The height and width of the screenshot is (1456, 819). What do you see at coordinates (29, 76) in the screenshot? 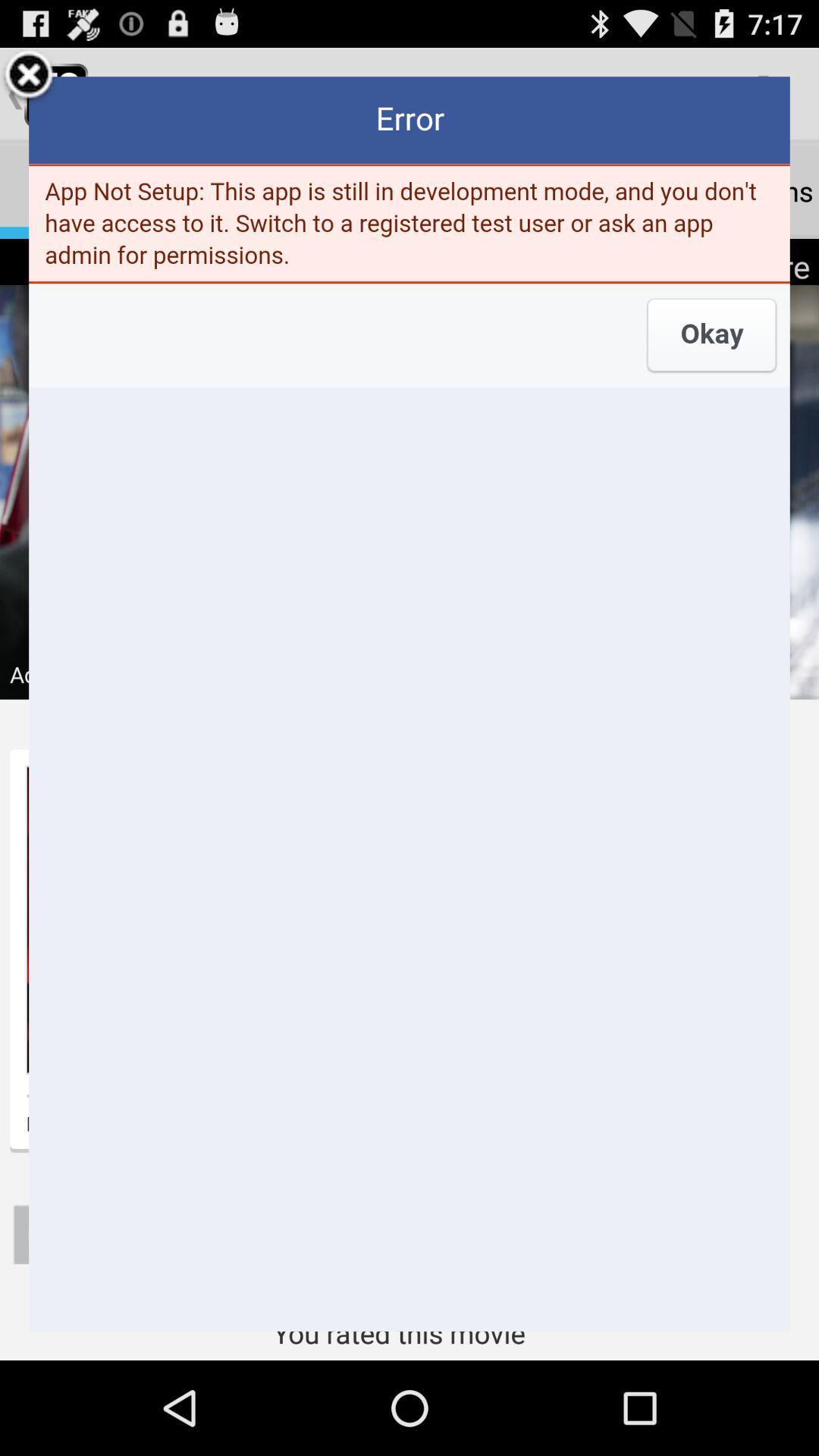
I see `the tab` at bounding box center [29, 76].